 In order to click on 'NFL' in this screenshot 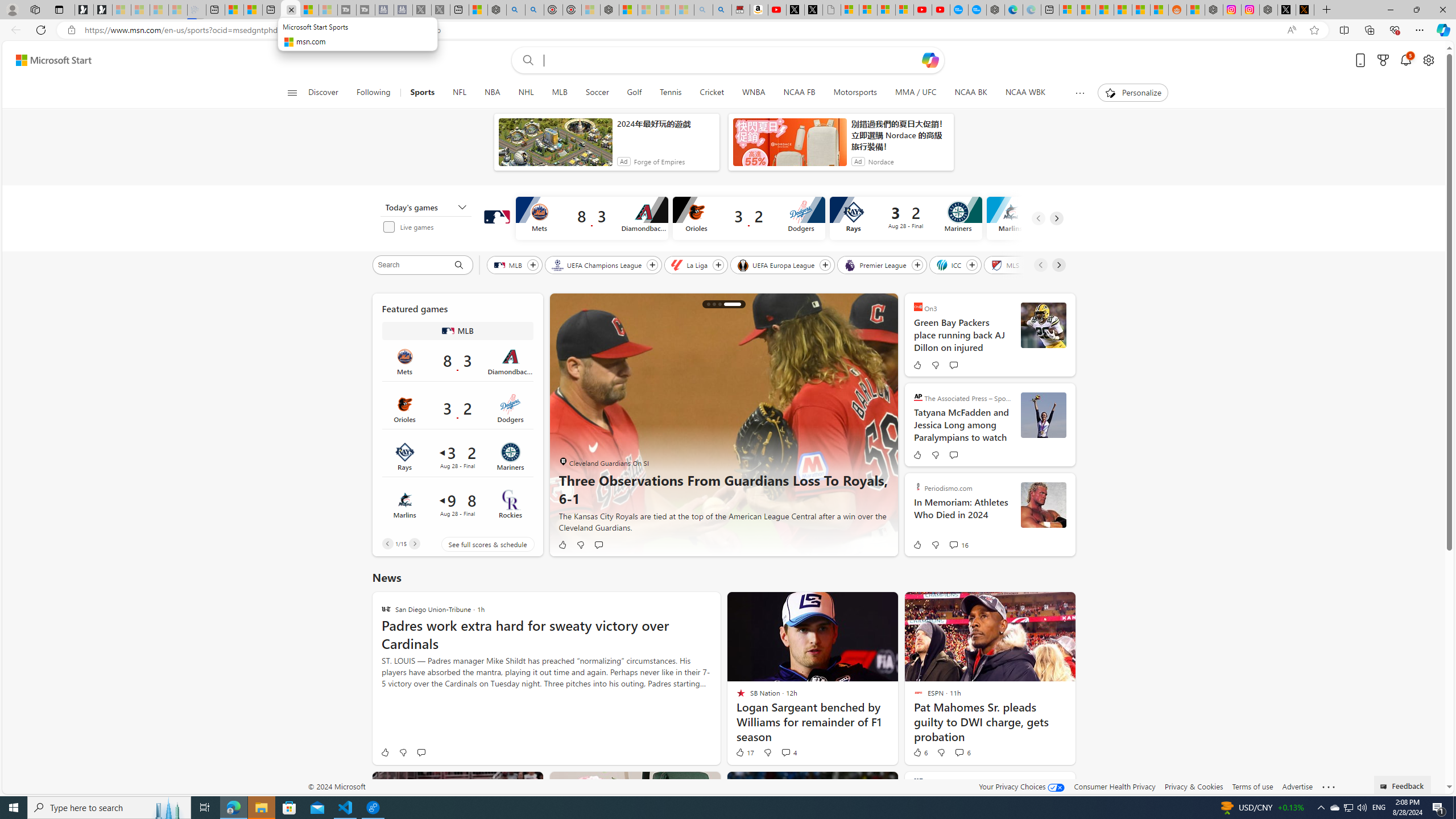, I will do `click(459, 92)`.